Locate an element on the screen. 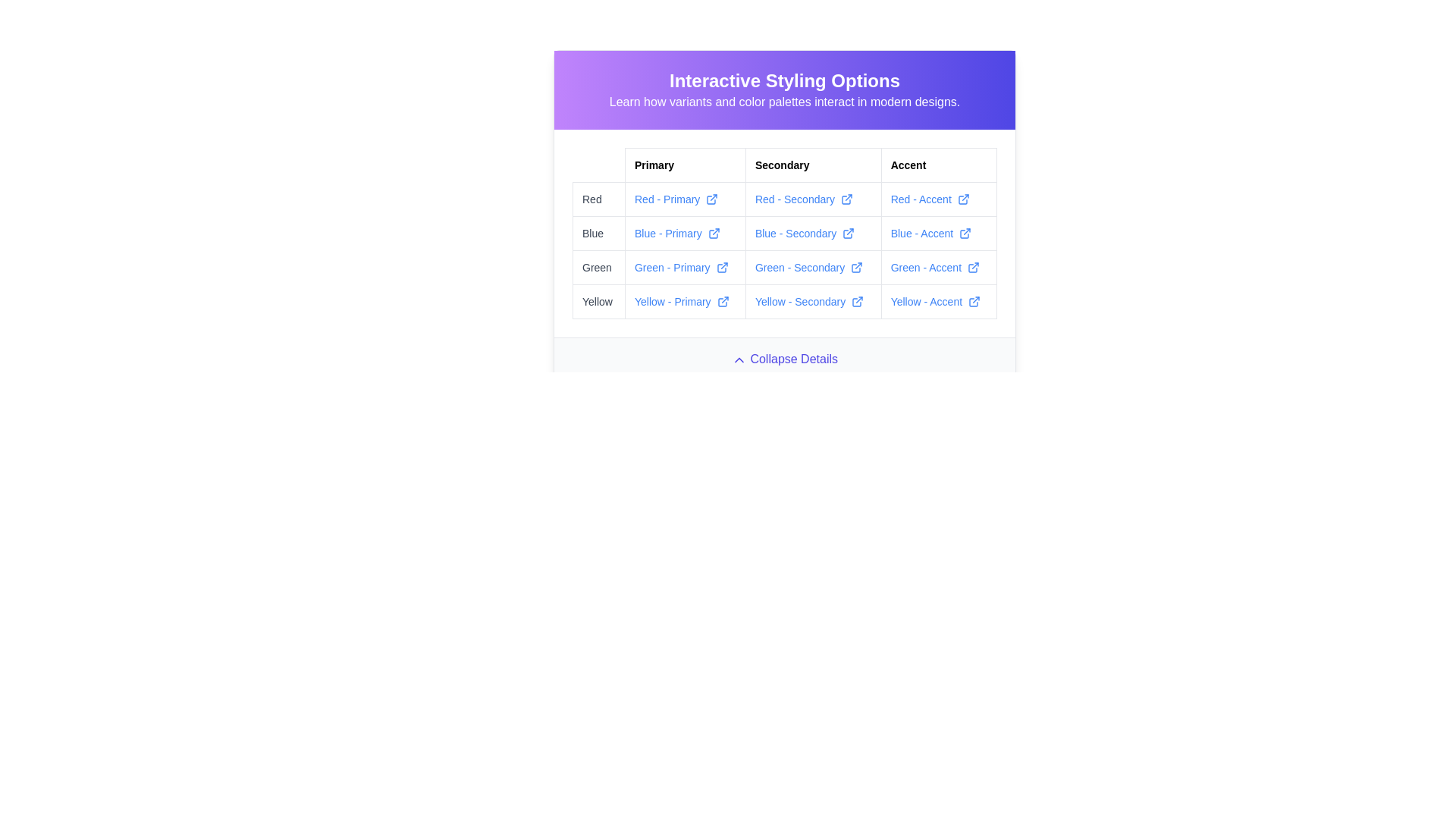 This screenshot has width=1456, height=819. the hyperlink labeled 'Red - Accent' with an external link icon, located in the 'Accent' column of the table is located at coordinates (929, 198).